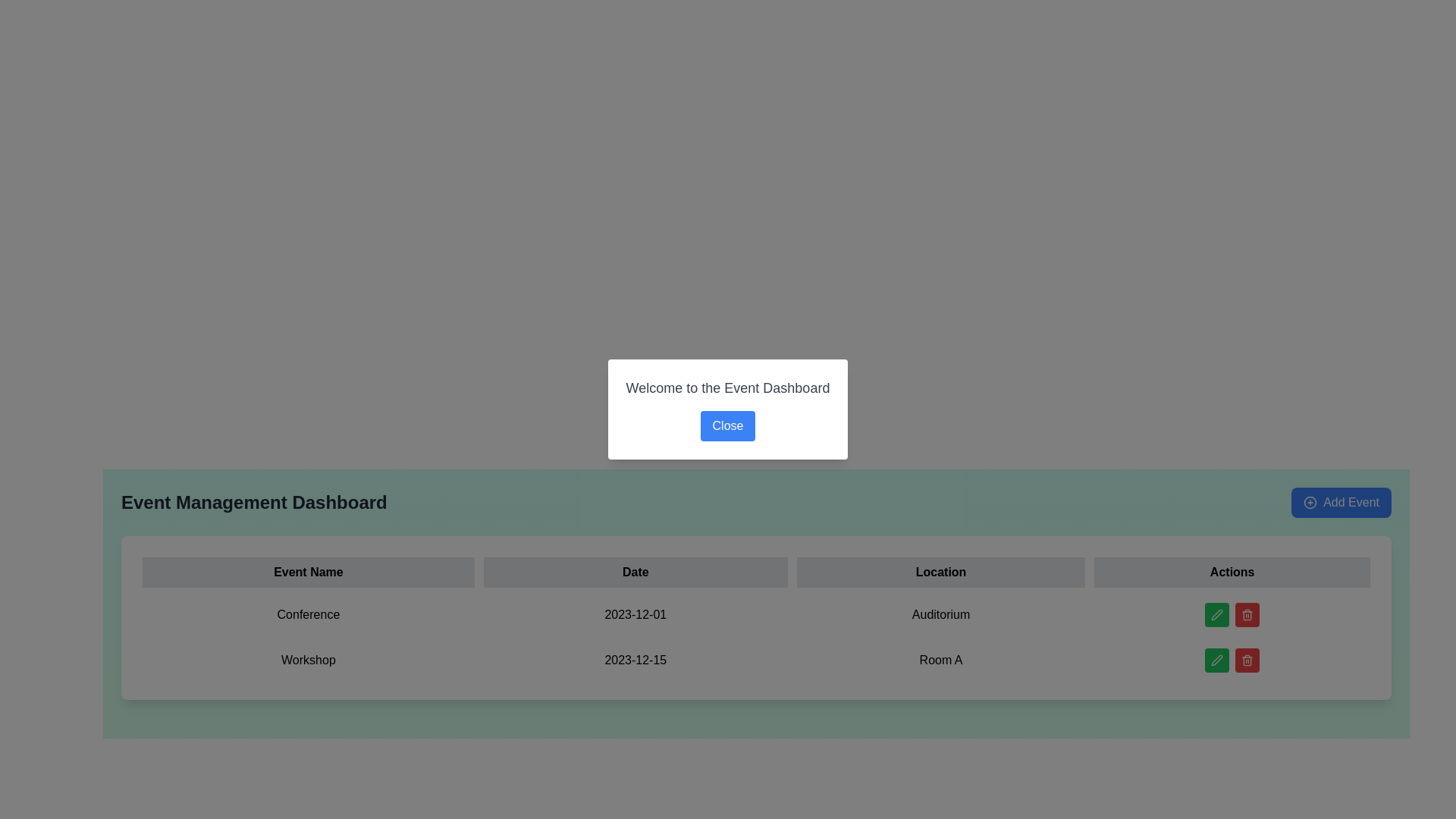 This screenshot has height=819, width=1456. I want to click on the small green icon resembling a pen in the 'Actions' column of the second row, so click(1217, 660).